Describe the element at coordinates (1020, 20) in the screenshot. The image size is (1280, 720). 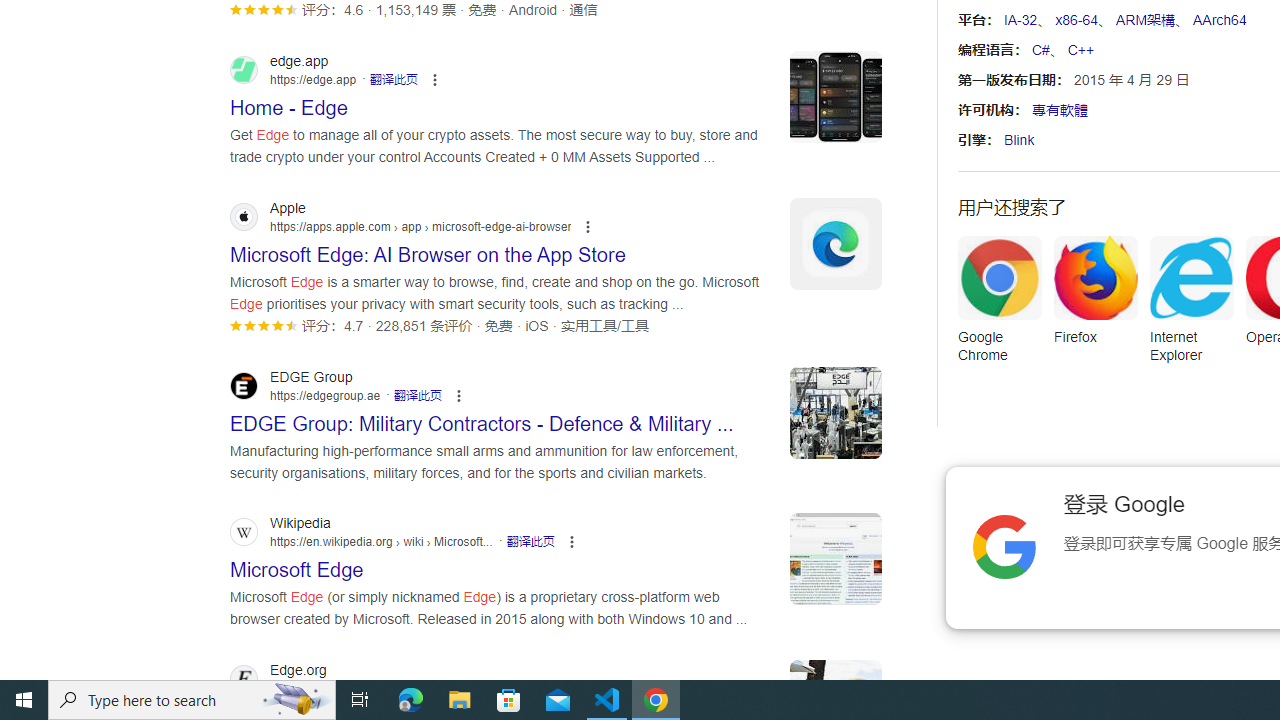
I see `'IA-32'` at that location.